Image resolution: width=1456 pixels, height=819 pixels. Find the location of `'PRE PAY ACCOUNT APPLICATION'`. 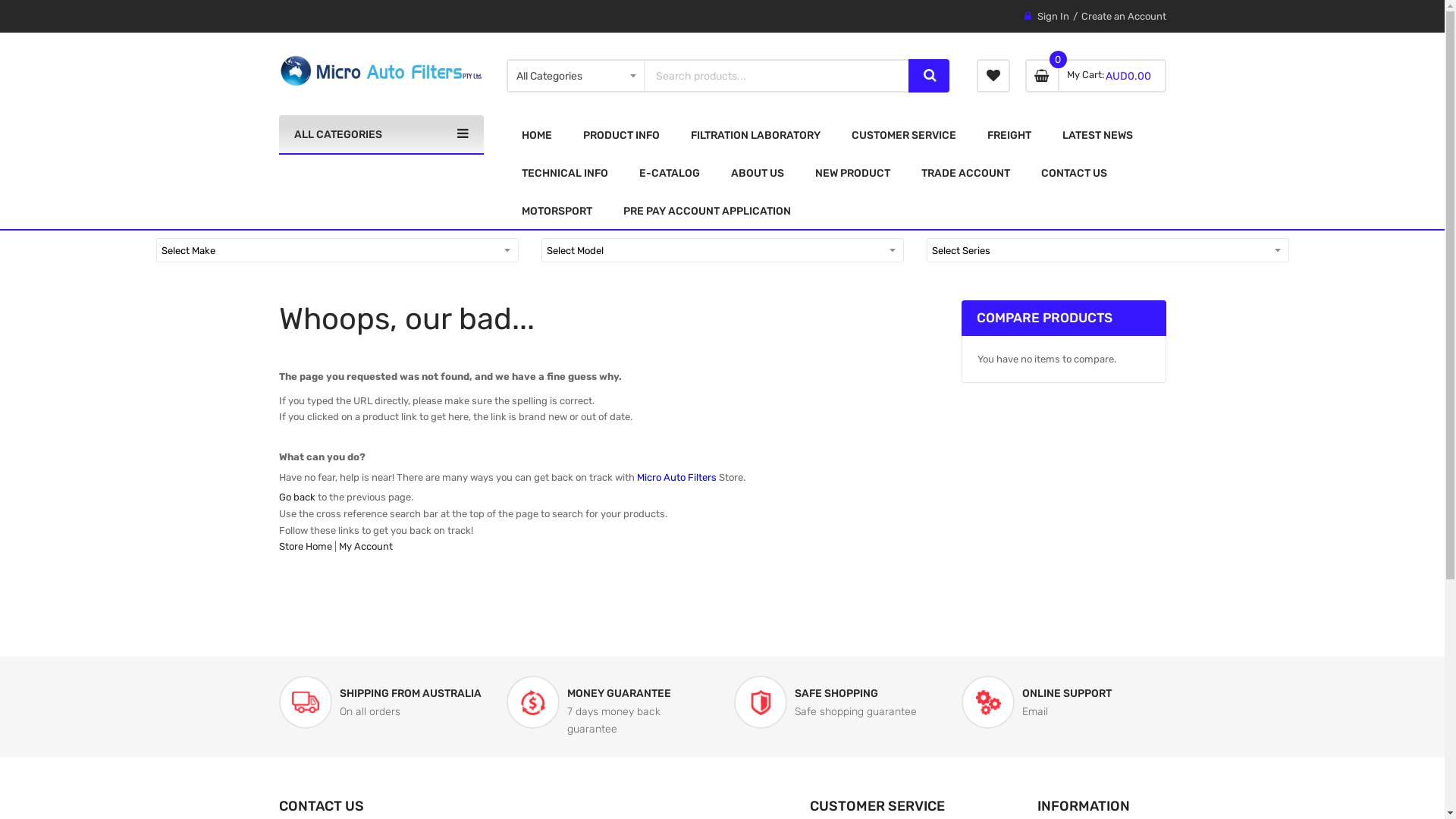

'PRE PAY ACCOUNT APPLICATION' is located at coordinates (706, 210).